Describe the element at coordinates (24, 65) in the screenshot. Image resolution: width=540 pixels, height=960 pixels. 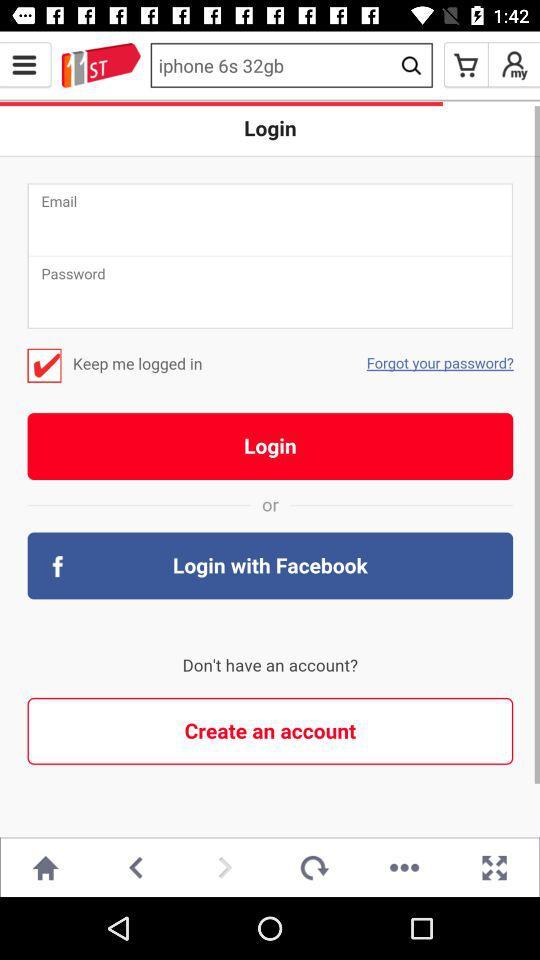
I see `the menu icon` at that location.